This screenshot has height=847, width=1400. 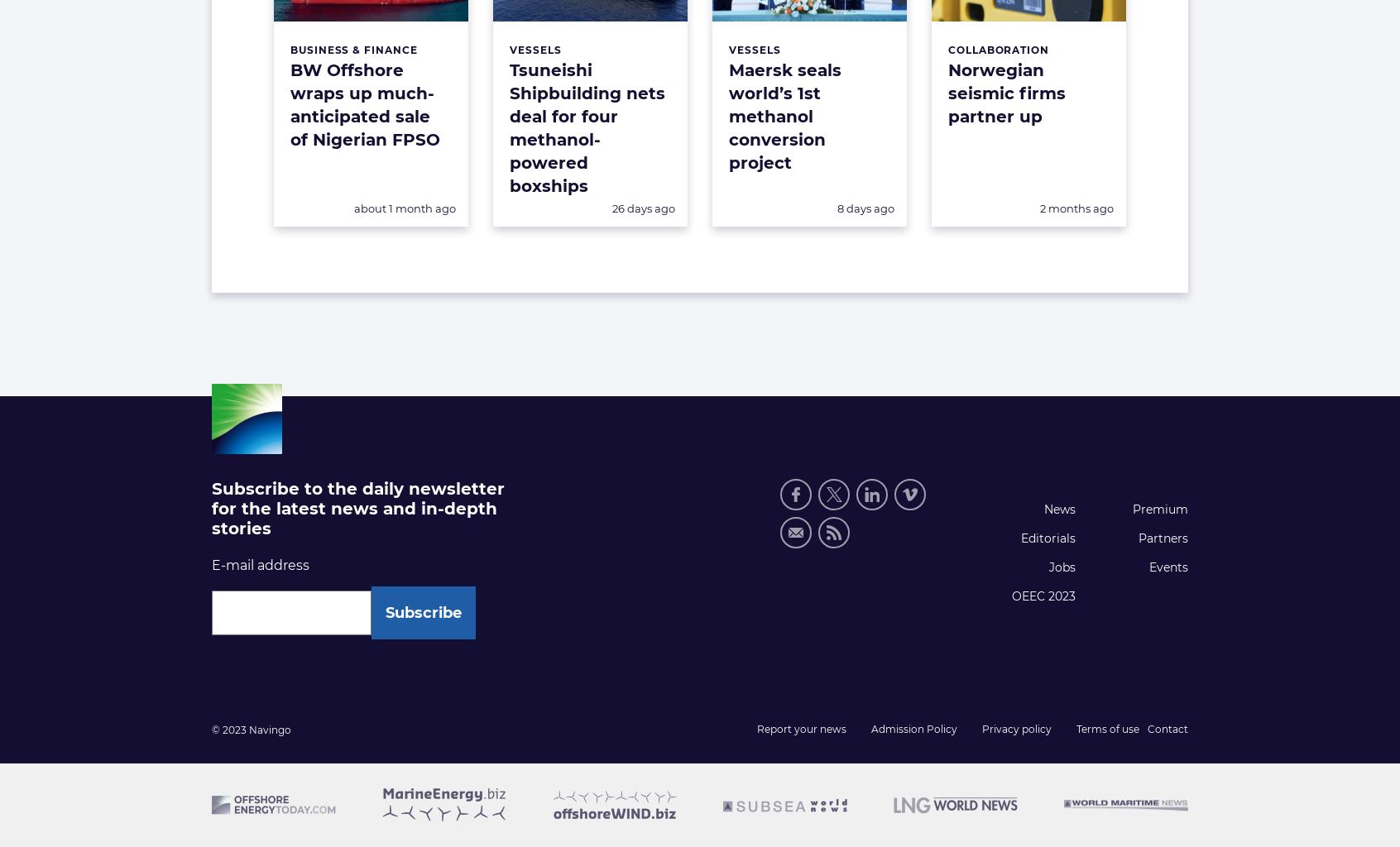 What do you see at coordinates (914, 729) in the screenshot?
I see `'Admission Policy'` at bounding box center [914, 729].